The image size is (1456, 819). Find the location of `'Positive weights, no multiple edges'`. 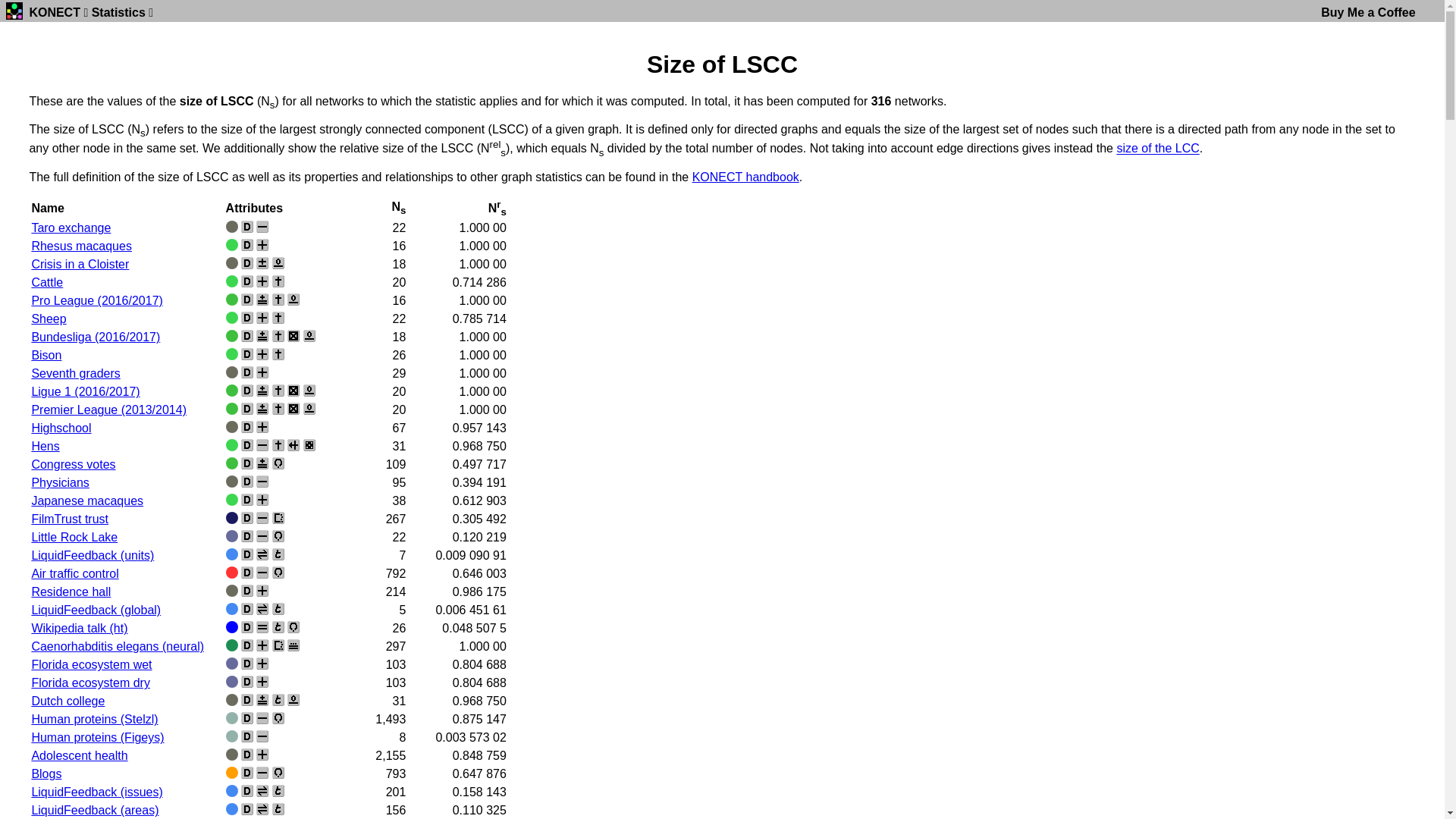

'Positive weights, no multiple edges' is located at coordinates (262, 281).